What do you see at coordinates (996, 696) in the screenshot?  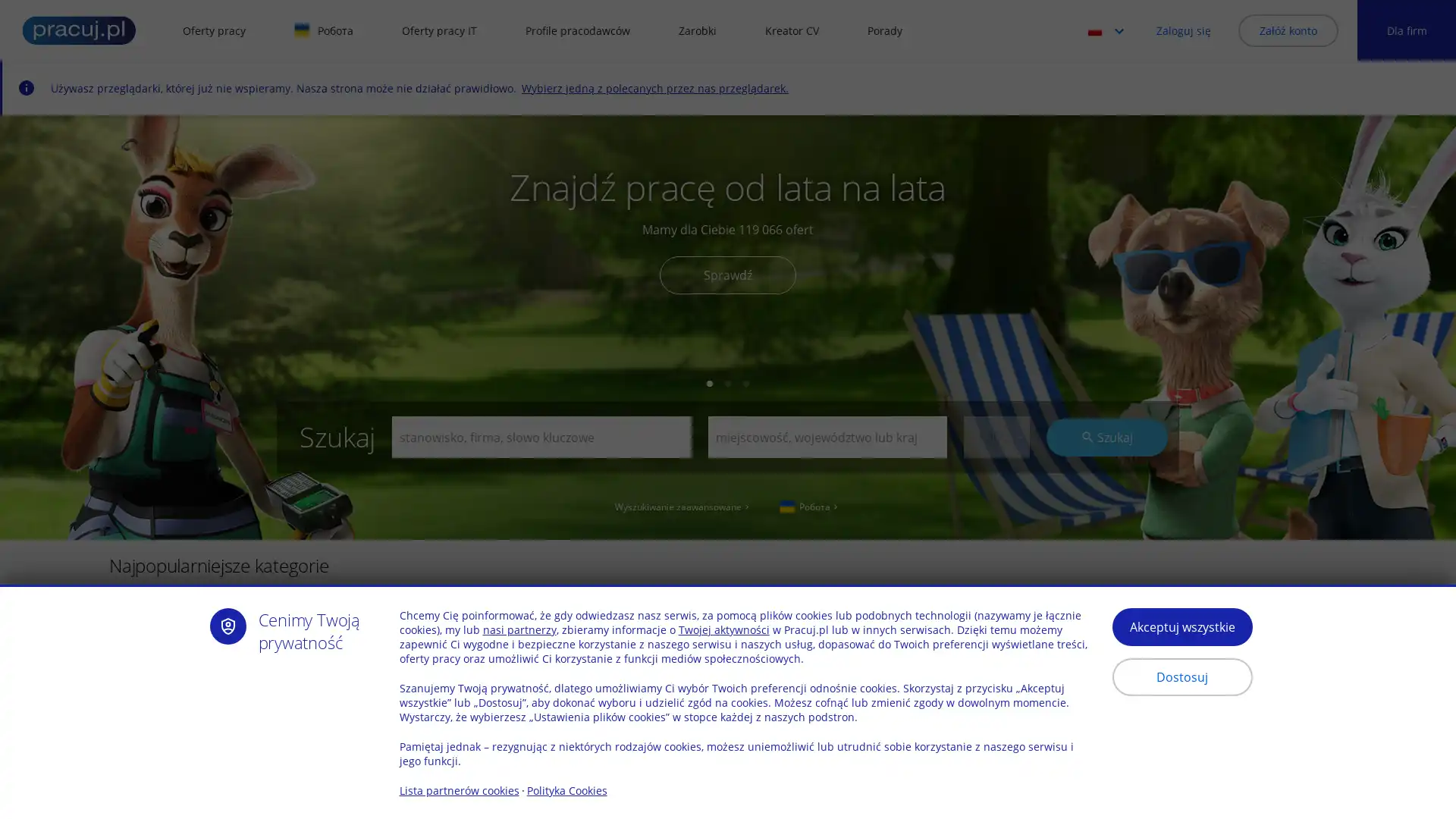 I see `+ 50 km` at bounding box center [996, 696].